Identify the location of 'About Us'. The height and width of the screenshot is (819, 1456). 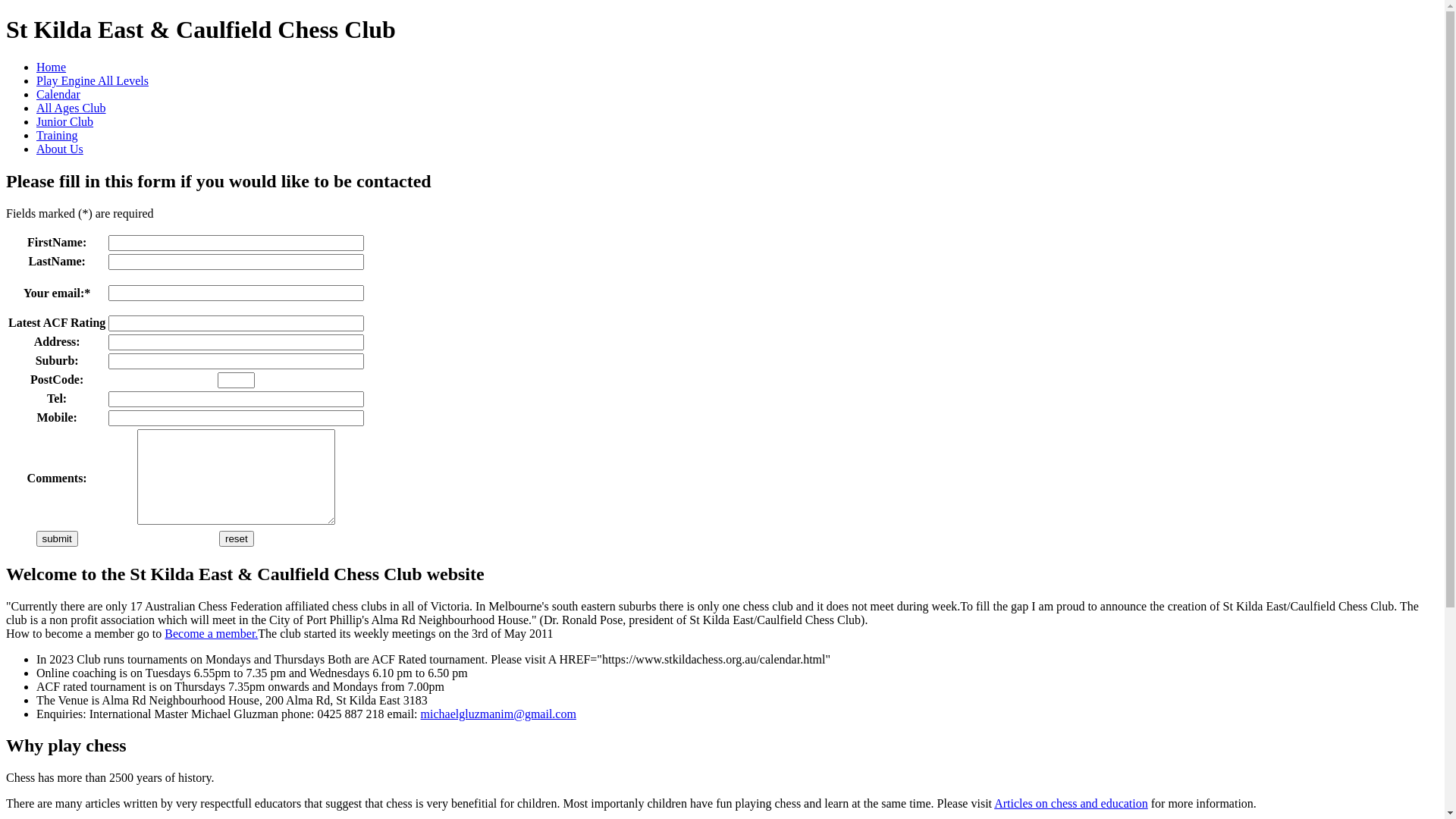
(59, 149).